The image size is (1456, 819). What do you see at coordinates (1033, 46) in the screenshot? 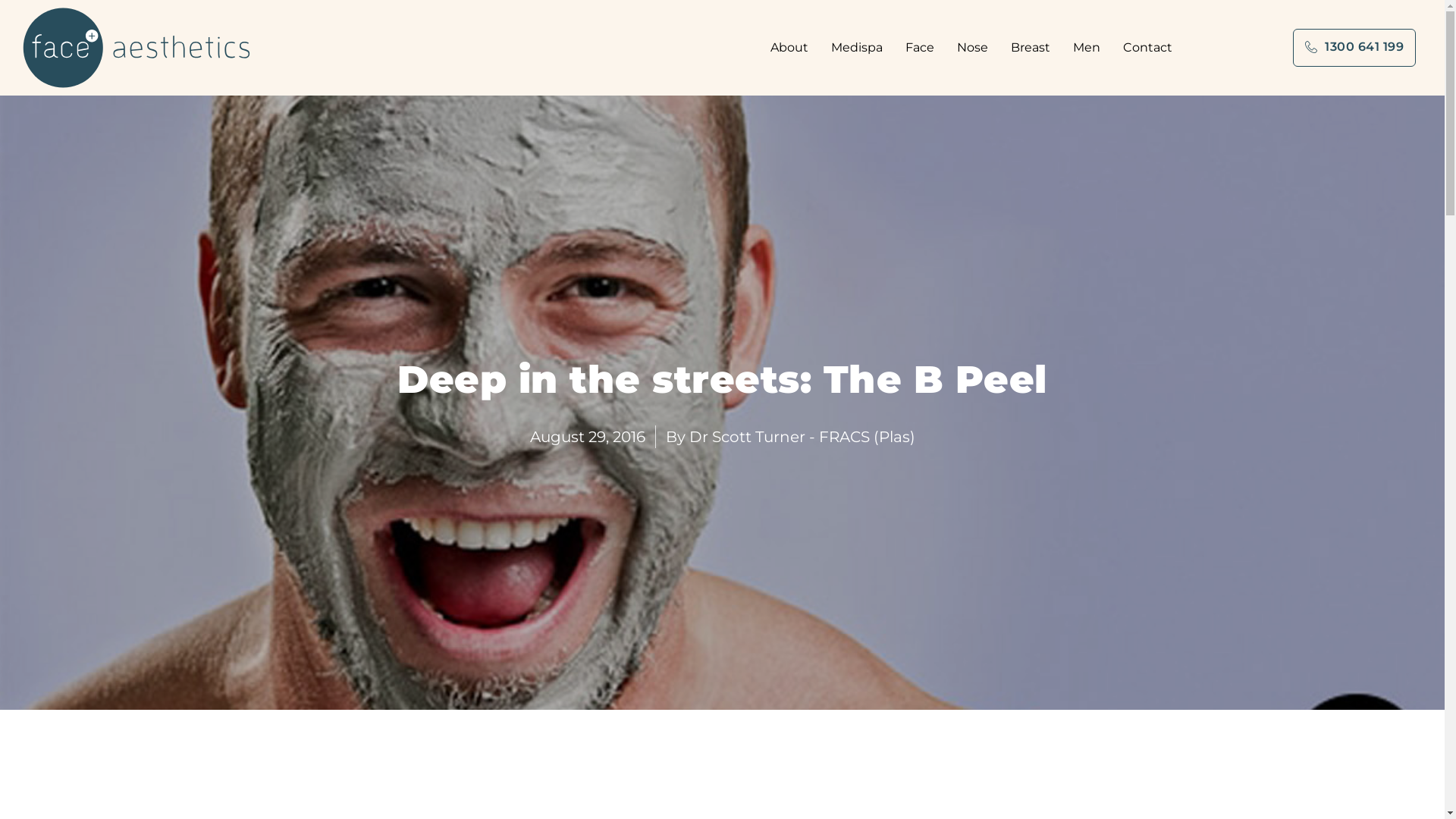
I see `'Breast'` at bounding box center [1033, 46].